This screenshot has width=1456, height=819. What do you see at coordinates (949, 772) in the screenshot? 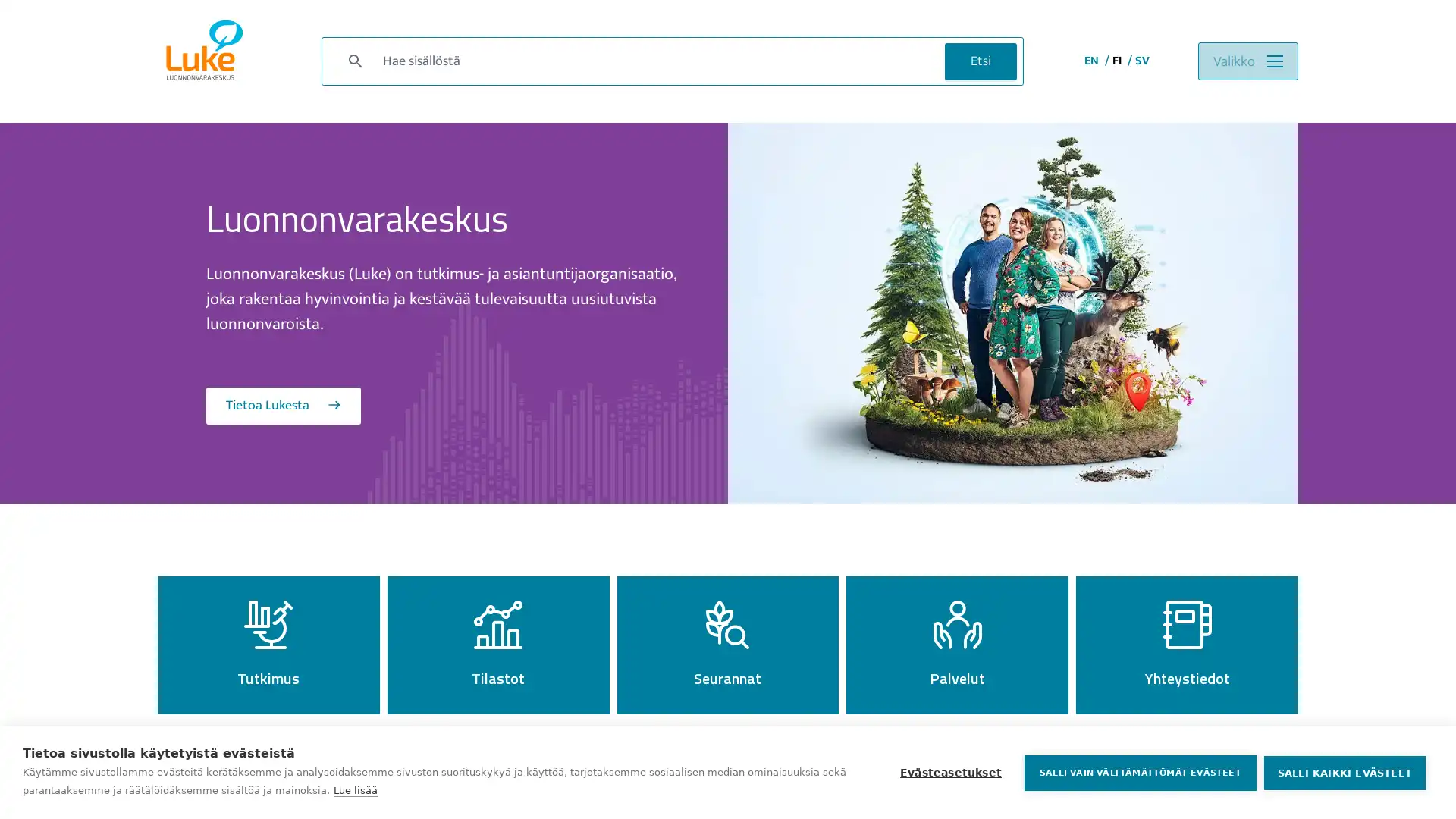
I see `Evasteasetukset` at bounding box center [949, 772].